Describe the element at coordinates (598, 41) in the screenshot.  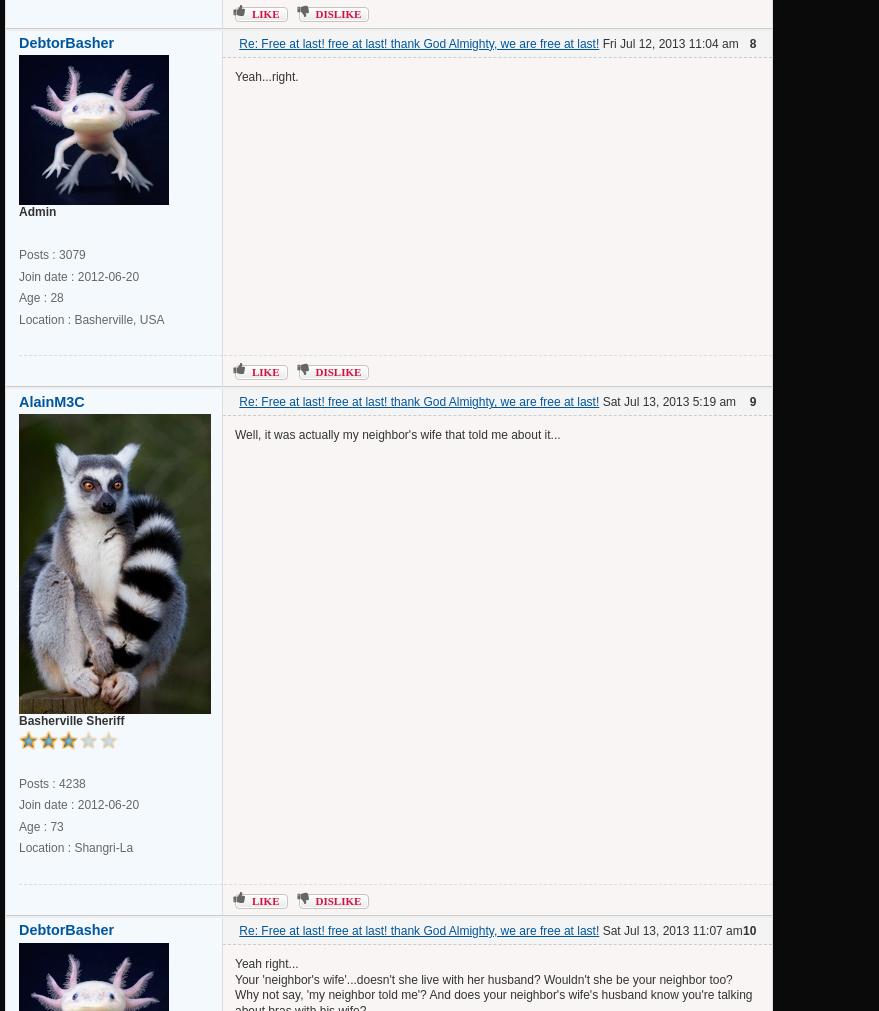
I see `'Fri Jul 12, 2013 11:04 am'` at that location.